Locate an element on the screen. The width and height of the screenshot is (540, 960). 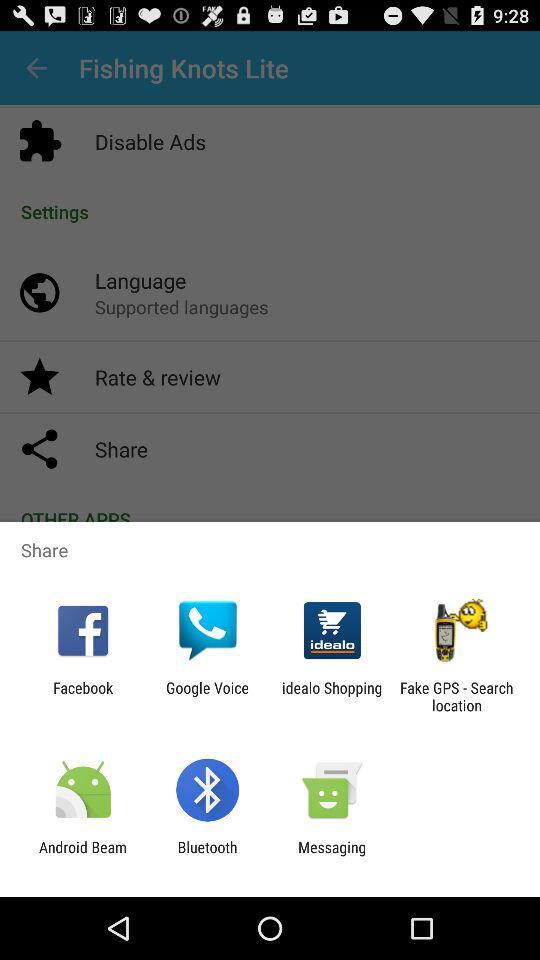
icon next to bluetooth app is located at coordinates (82, 855).